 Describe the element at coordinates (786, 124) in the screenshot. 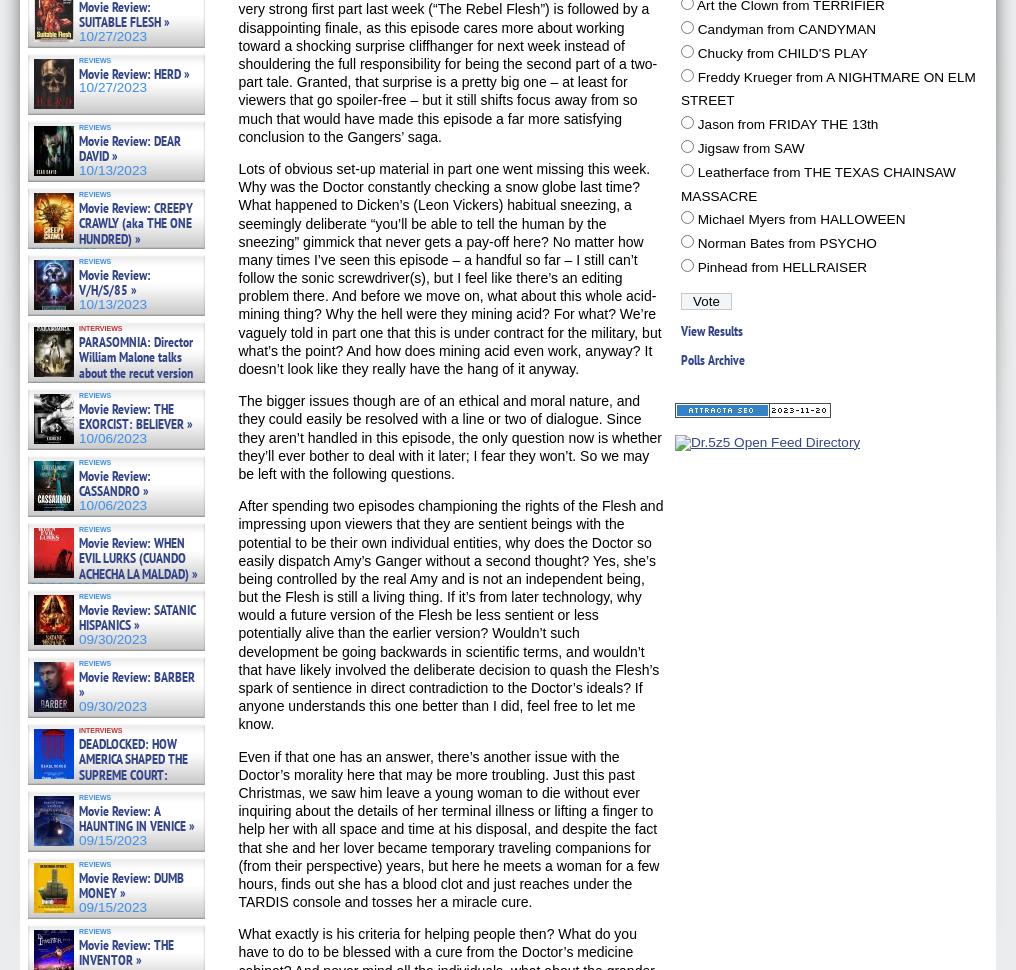

I see `'Jason from FRIDAY THE 13th'` at that location.